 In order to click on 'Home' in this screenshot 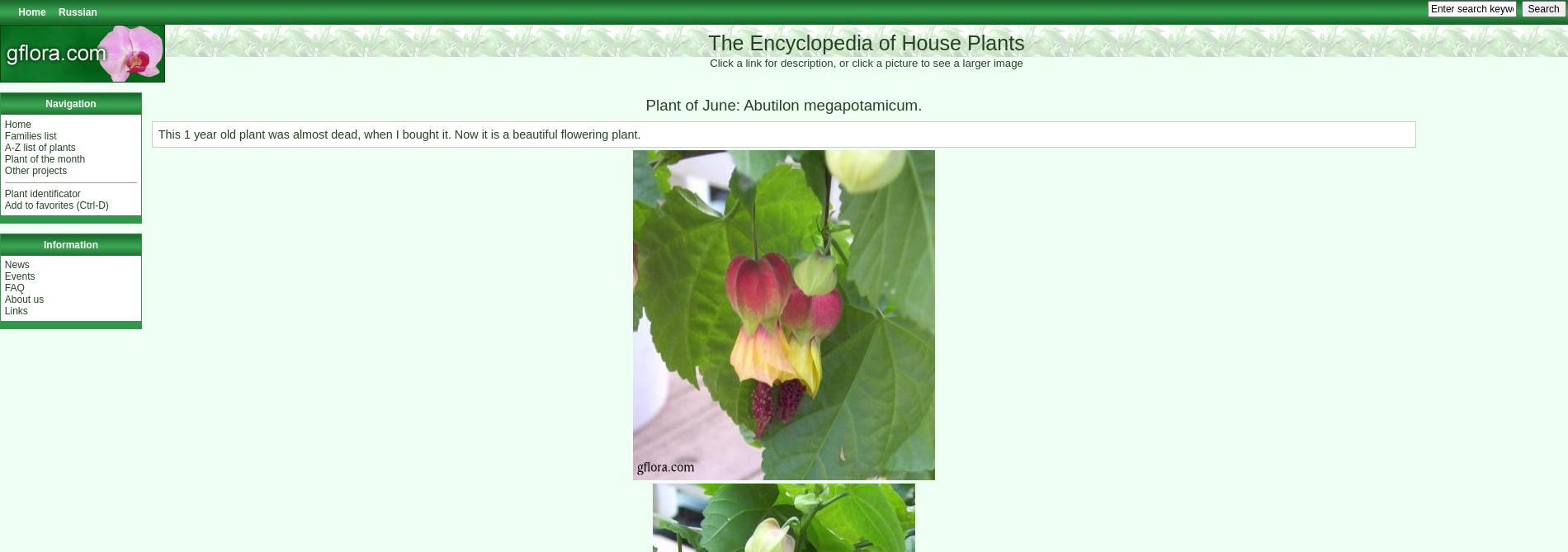, I will do `click(17, 122)`.